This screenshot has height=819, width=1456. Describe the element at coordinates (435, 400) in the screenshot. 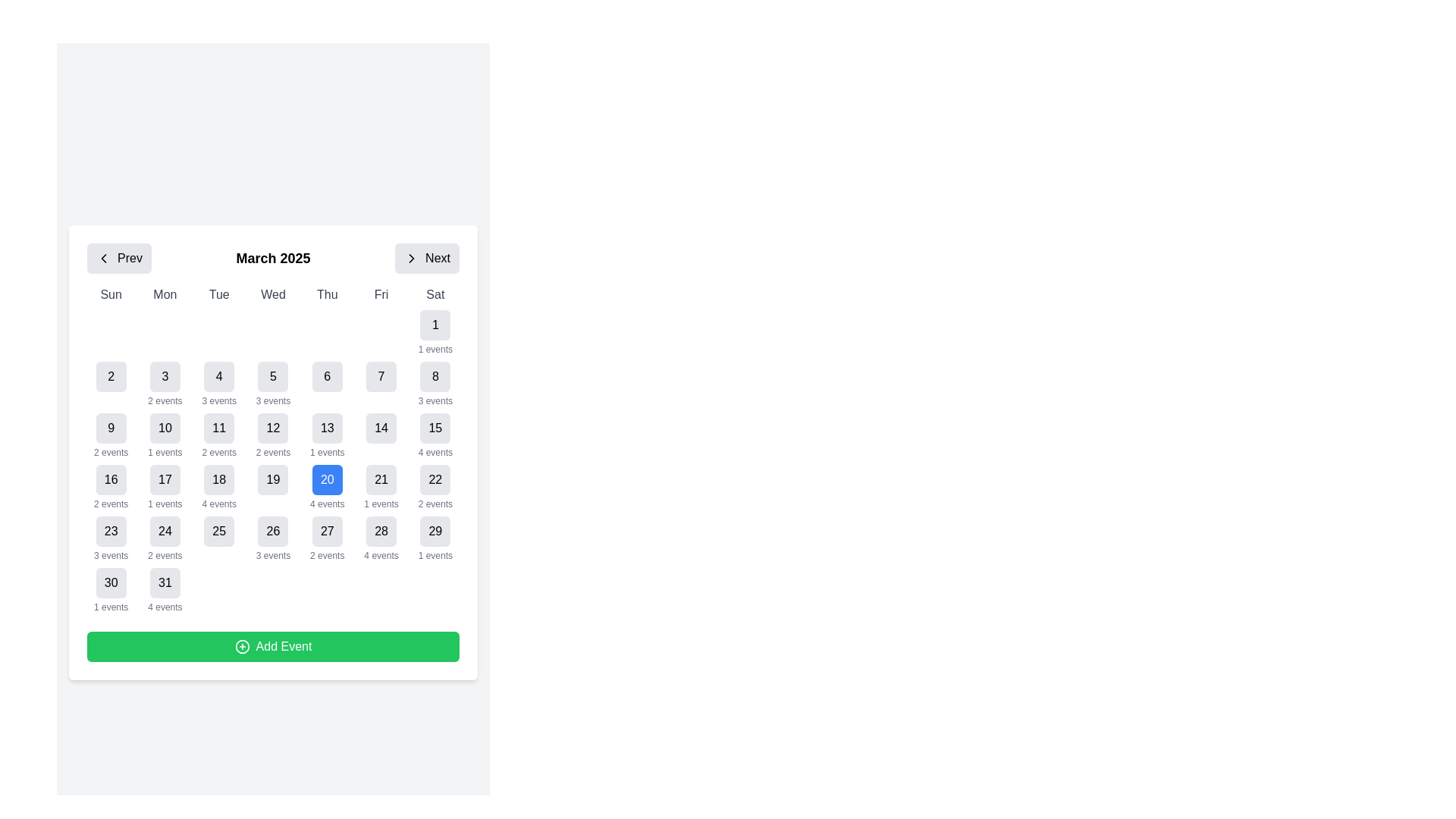

I see `the text label displaying the number of events for March 8, 2025, in the calendar layout if interactive elements are attached` at that location.